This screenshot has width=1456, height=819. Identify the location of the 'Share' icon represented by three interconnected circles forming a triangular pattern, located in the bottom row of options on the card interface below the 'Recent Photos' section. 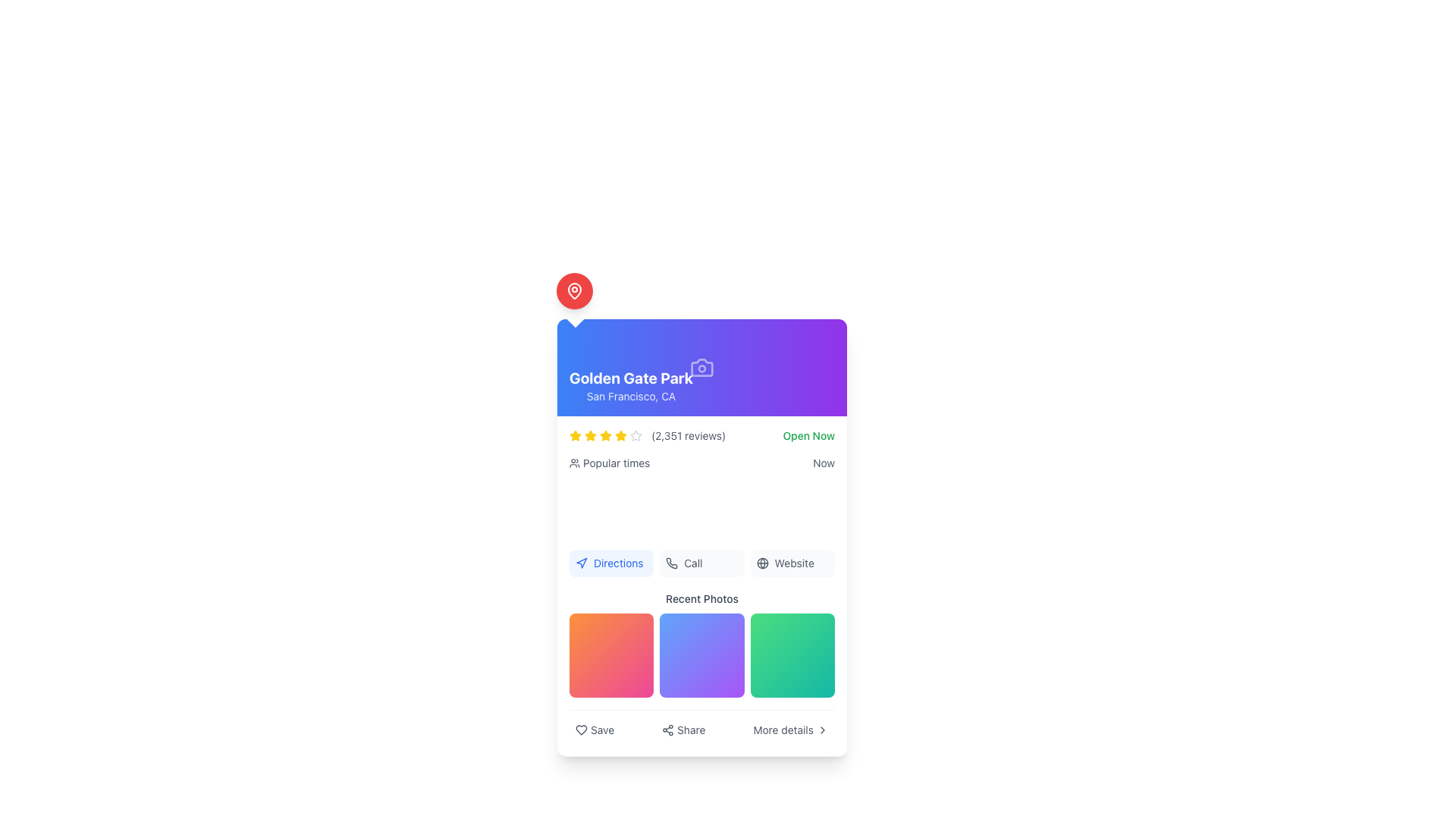
(667, 730).